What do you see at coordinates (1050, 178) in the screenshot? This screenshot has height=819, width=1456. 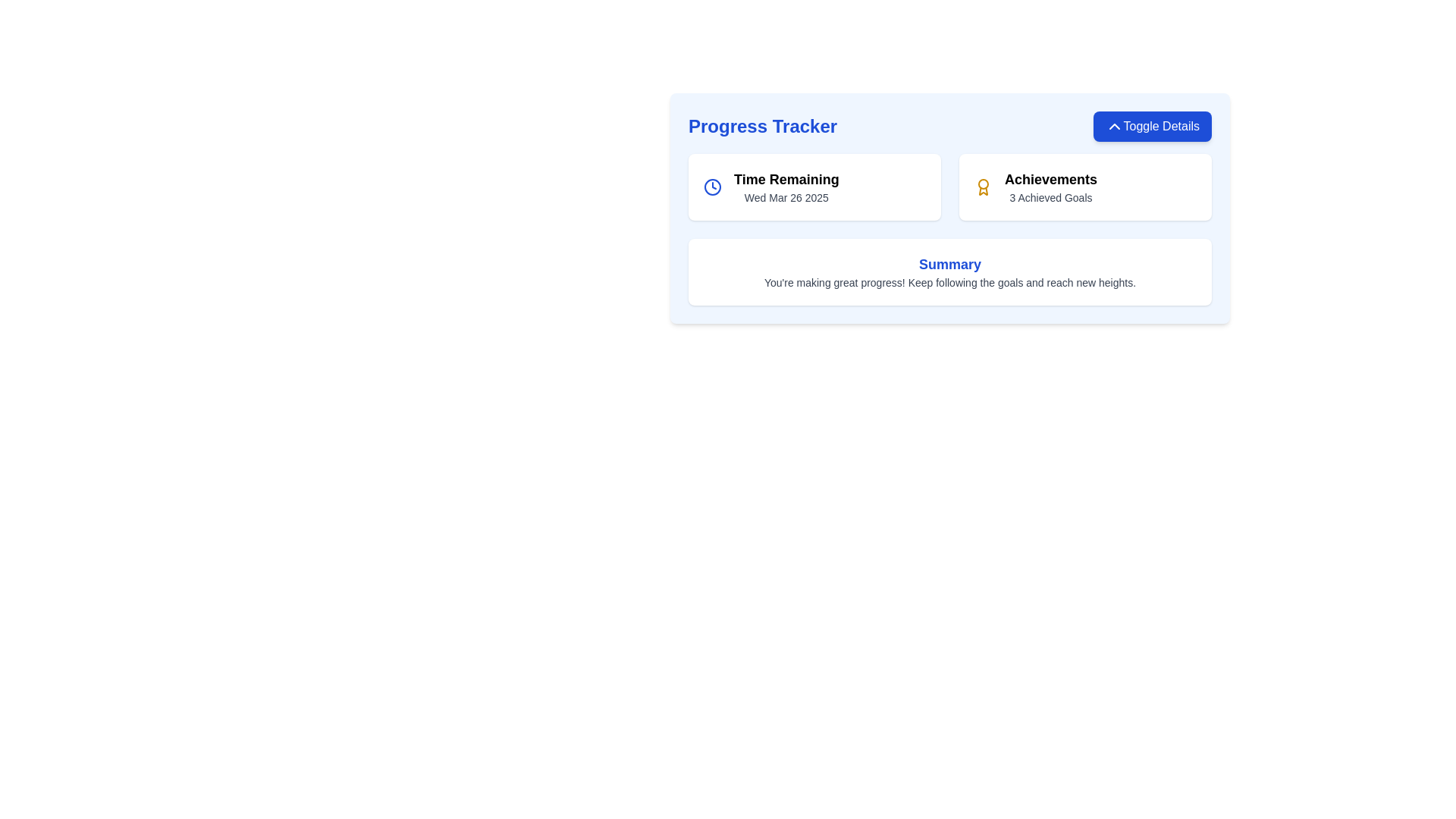 I see `the text label 'Achievements' which is styled in bold and larger than adjacent text, located in the top-right section of the interface` at bounding box center [1050, 178].